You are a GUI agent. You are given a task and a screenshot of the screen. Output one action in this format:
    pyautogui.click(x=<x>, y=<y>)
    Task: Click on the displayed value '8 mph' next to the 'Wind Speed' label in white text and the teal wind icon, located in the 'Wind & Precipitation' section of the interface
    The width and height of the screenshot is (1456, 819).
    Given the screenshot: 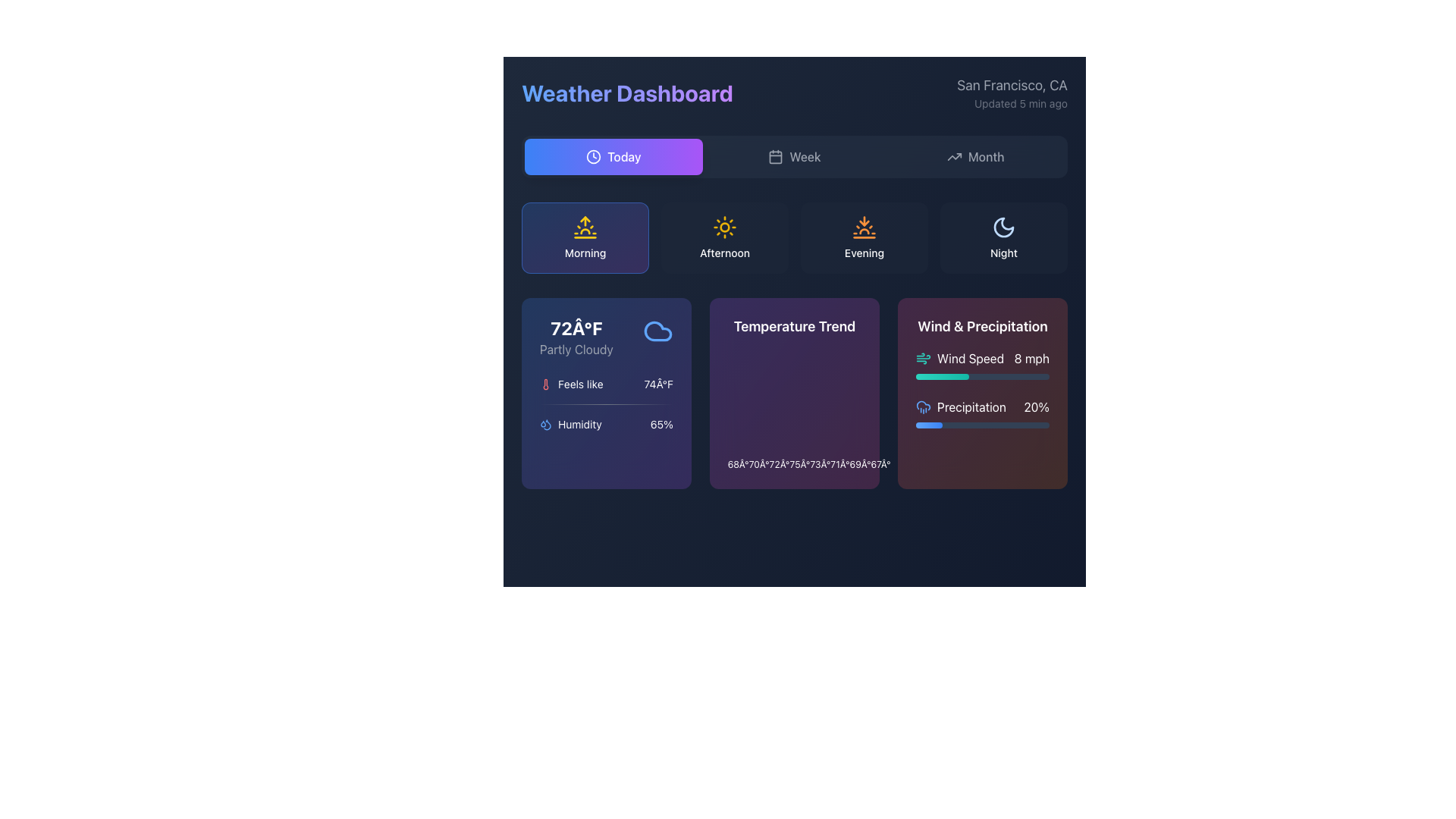 What is the action you would take?
    pyautogui.click(x=983, y=359)
    